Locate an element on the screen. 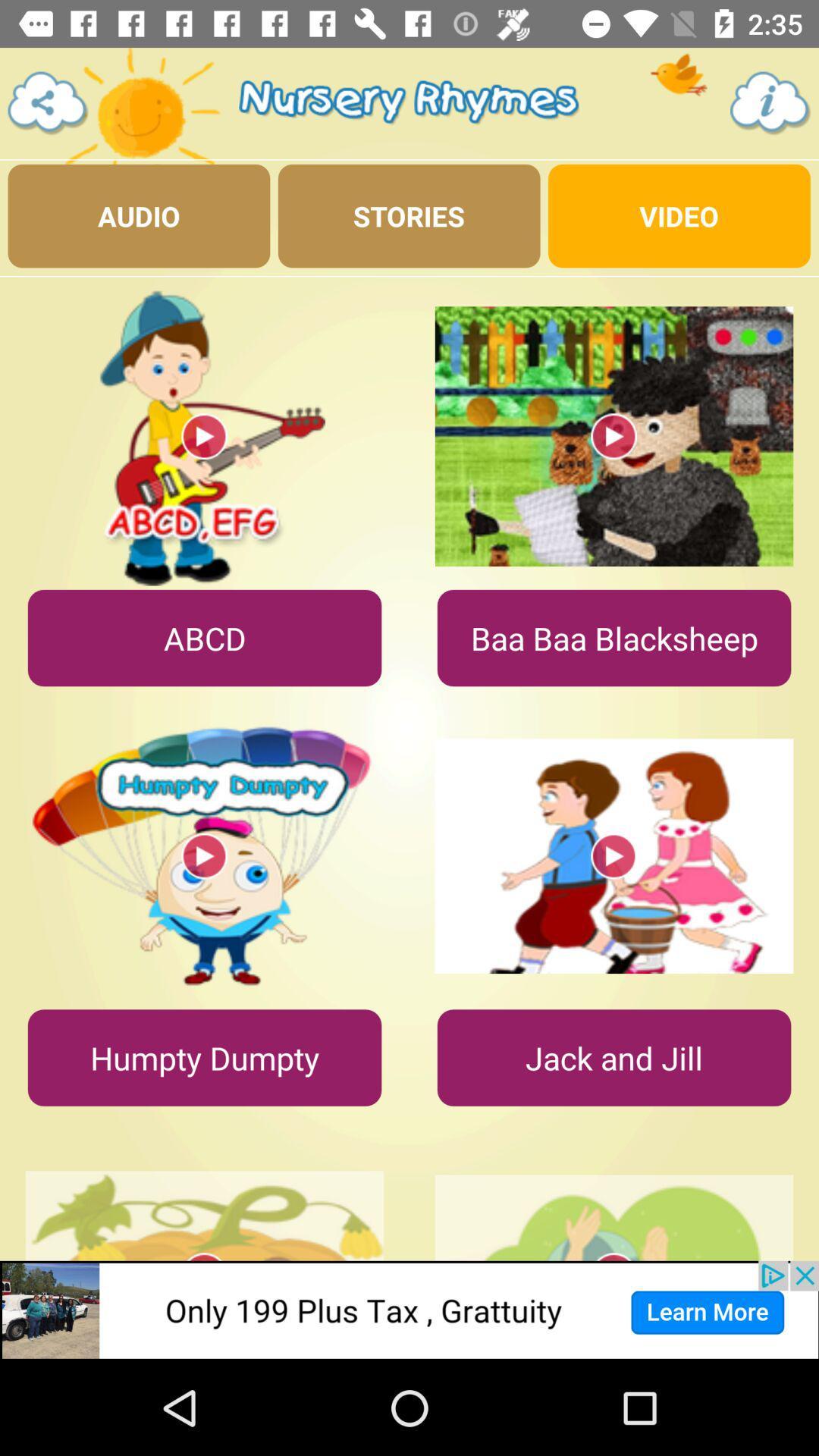 Image resolution: width=819 pixels, height=1456 pixels. clicks the advertisement is located at coordinates (409, 1310).